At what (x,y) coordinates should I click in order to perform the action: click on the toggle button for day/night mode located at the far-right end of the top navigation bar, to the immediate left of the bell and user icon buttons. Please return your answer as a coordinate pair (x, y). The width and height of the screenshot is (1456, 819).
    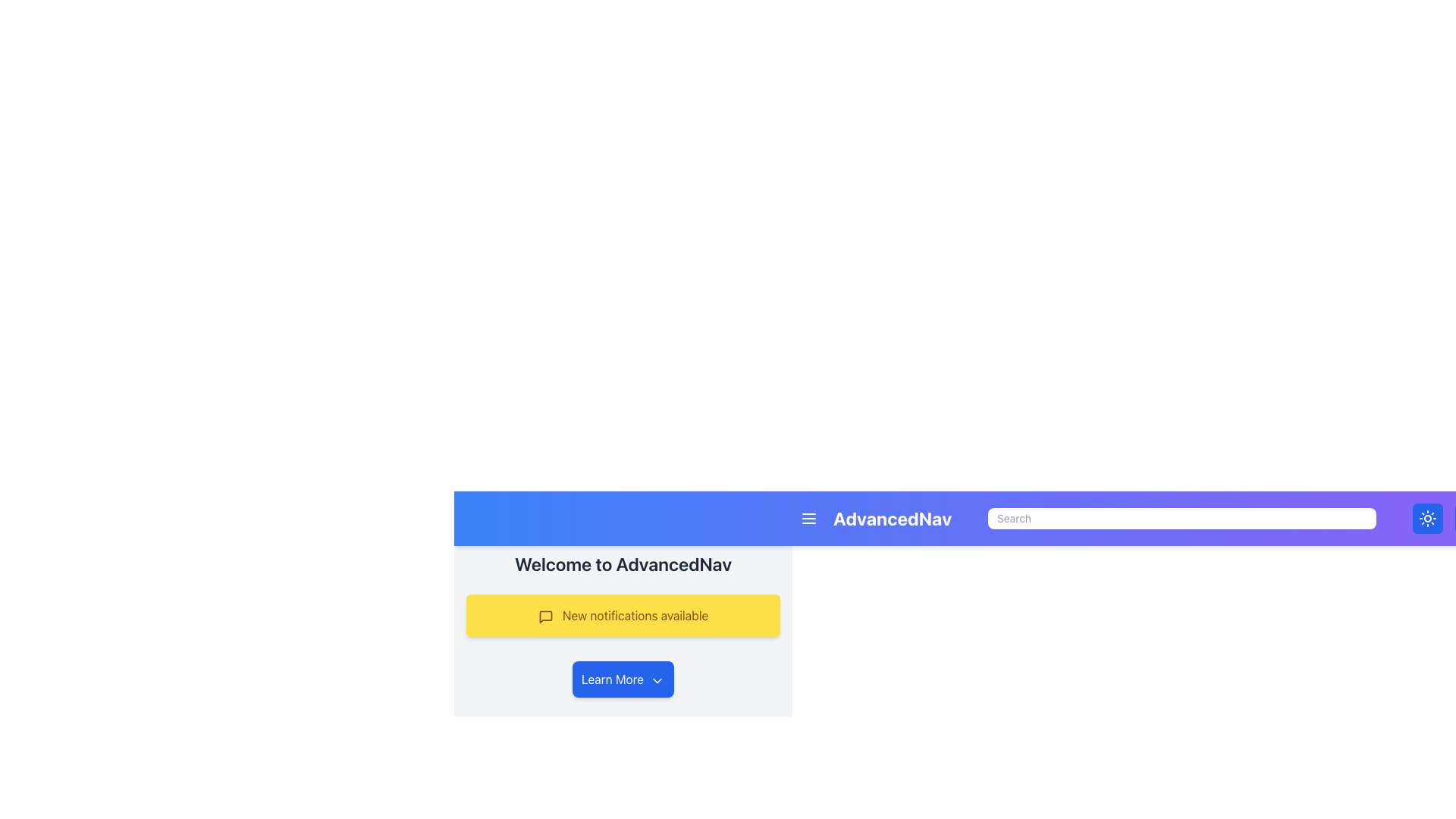
    Looking at the image, I should click on (1426, 517).